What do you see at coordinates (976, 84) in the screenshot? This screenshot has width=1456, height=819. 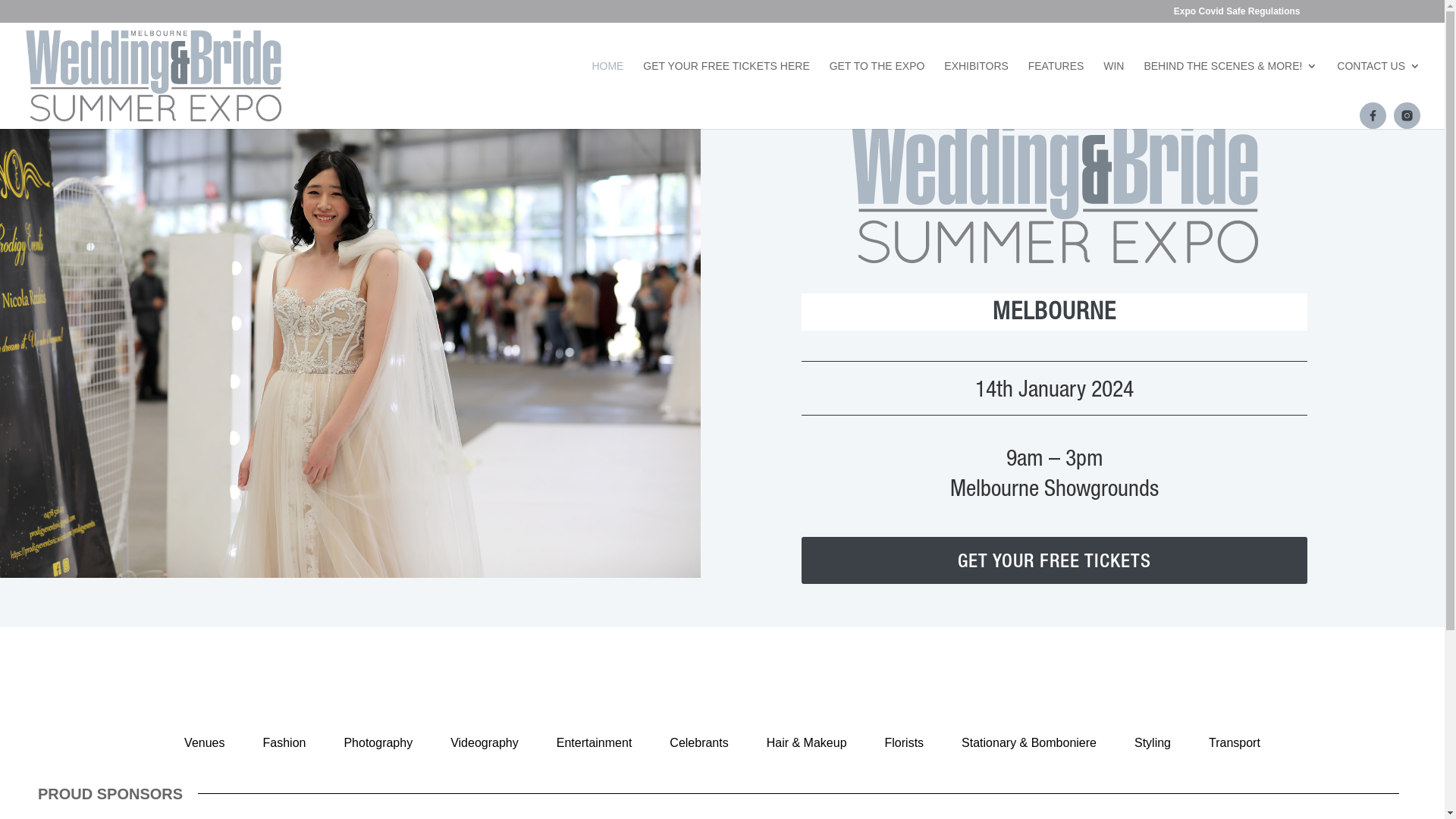 I see `'EXHIBITORS'` at bounding box center [976, 84].